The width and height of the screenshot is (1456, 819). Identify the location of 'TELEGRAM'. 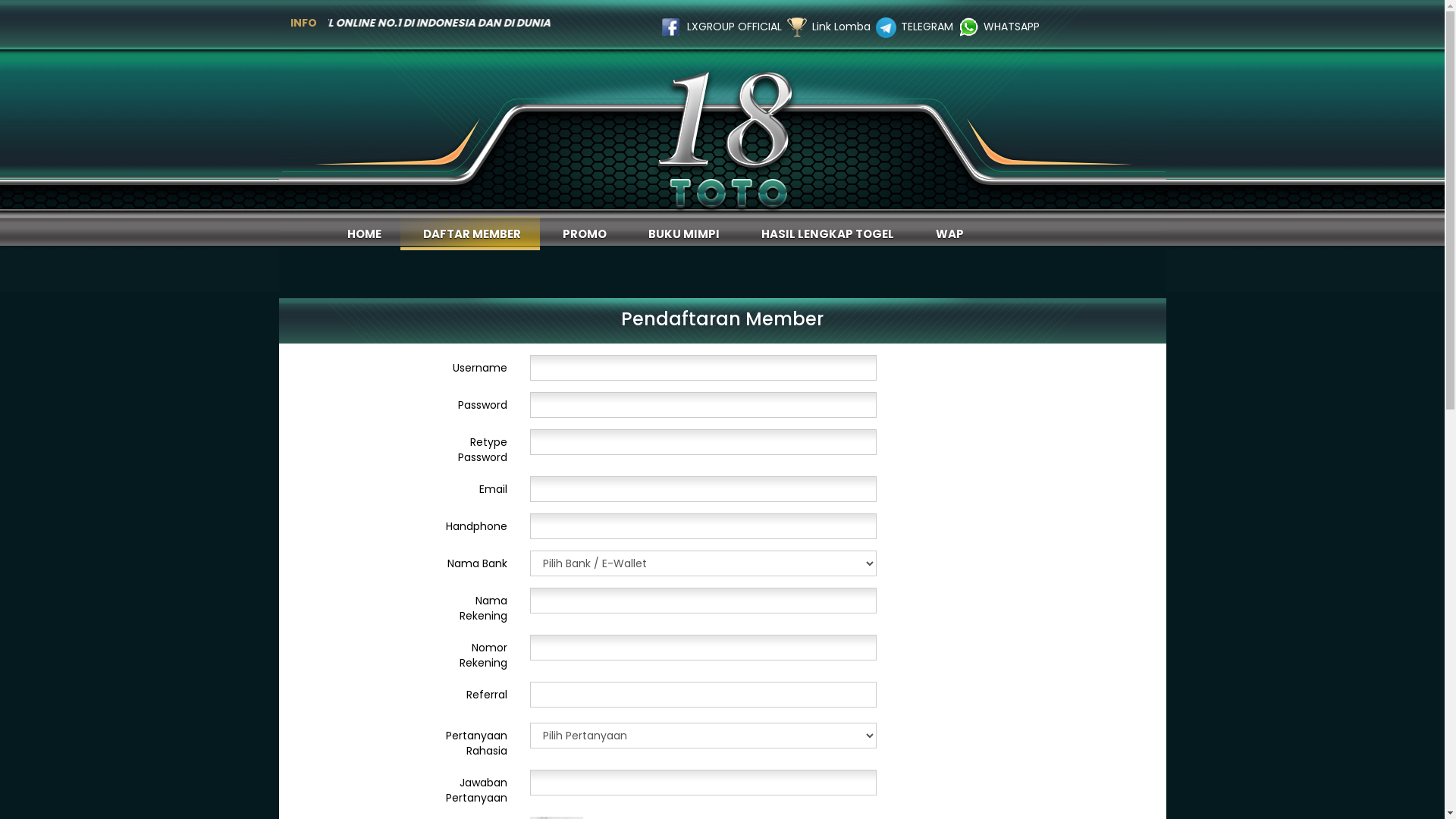
(926, 26).